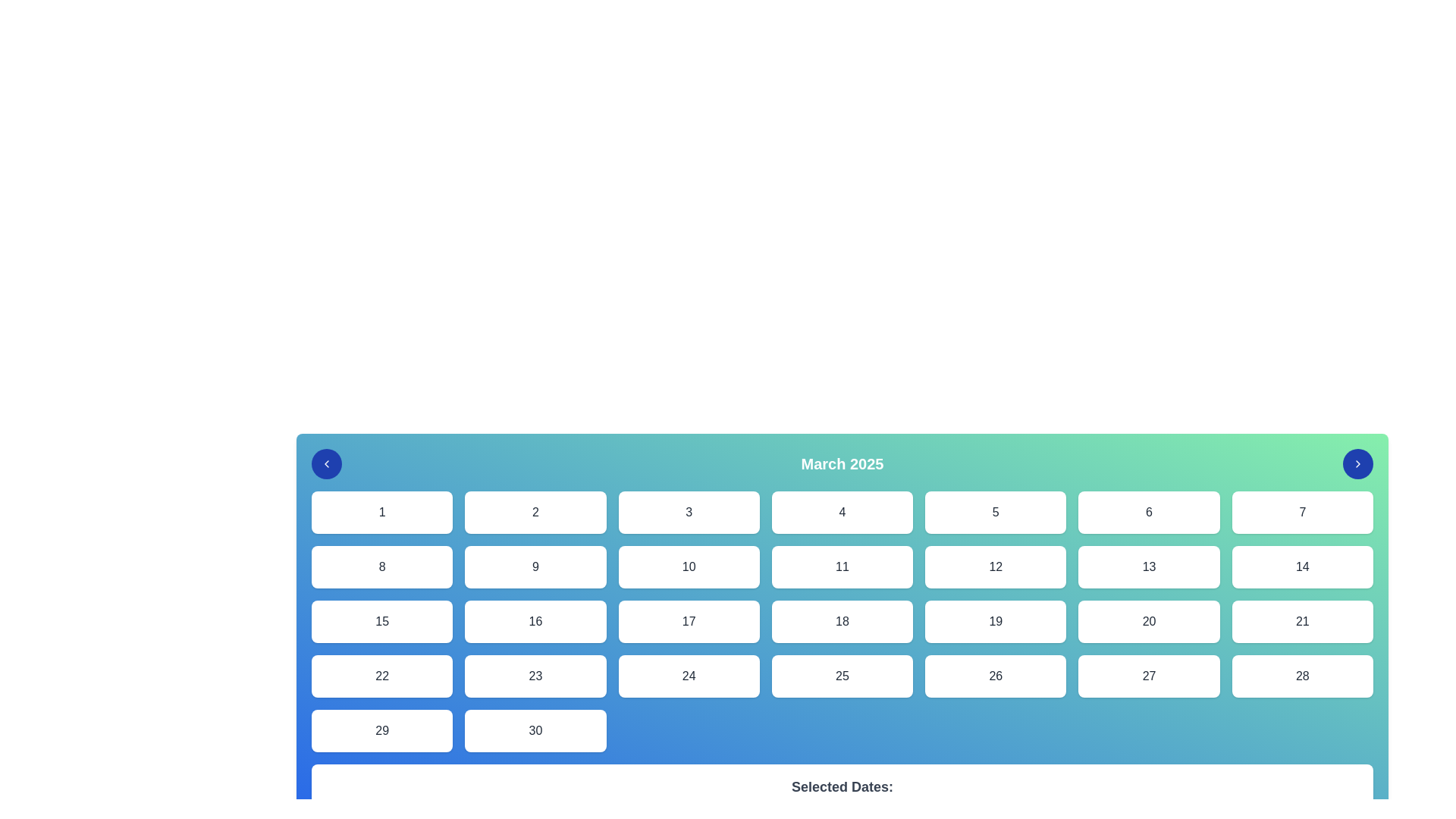 The image size is (1456, 819). I want to click on Text element that displays the message indicating no dates have been selected, located beneath 'Selected Dates:' in a section with a white background and rounded corners, so click(841, 806).